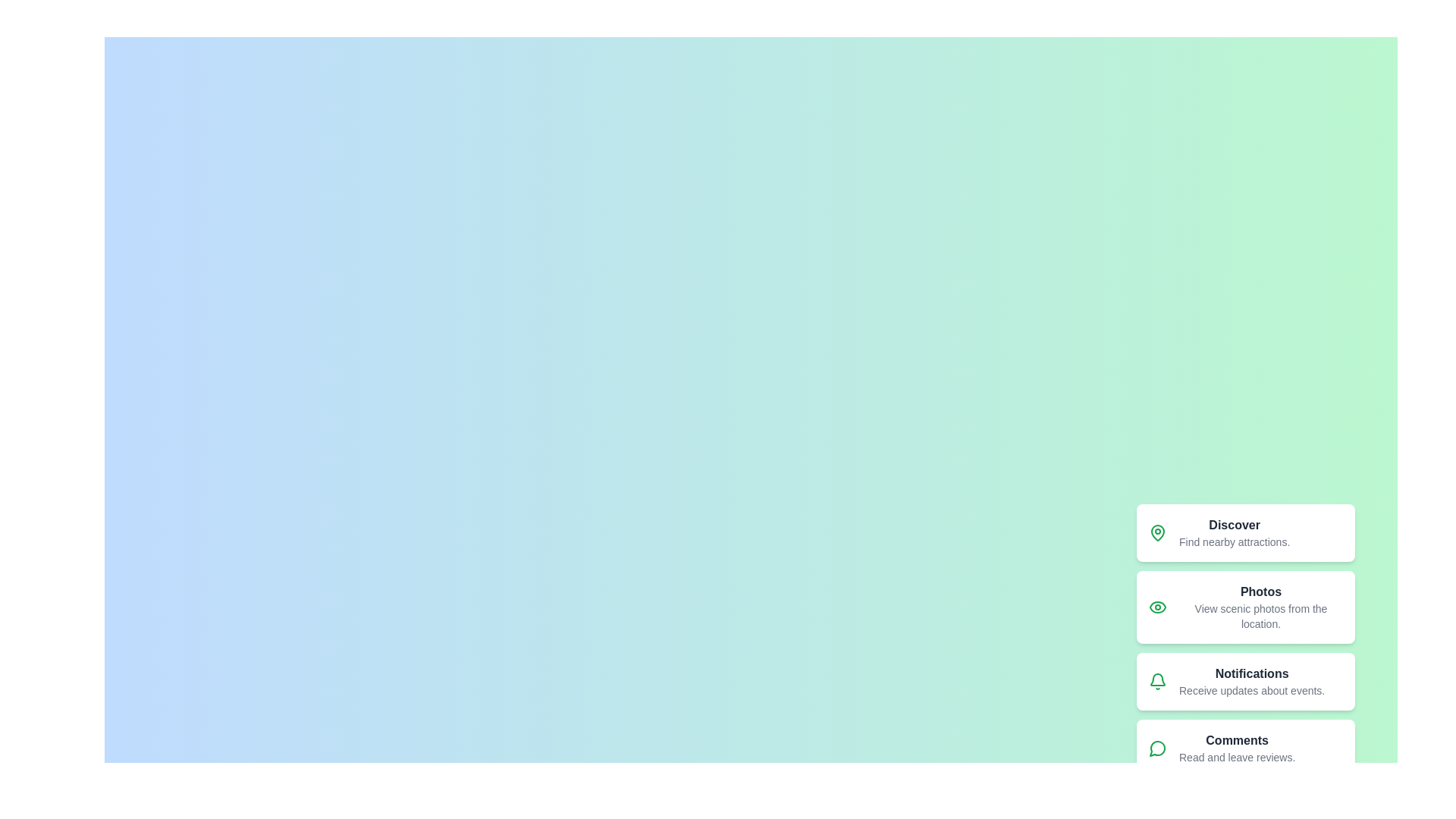 This screenshot has height=819, width=1456. I want to click on the menu item labeled Comments from the speed dial menu, so click(1245, 748).